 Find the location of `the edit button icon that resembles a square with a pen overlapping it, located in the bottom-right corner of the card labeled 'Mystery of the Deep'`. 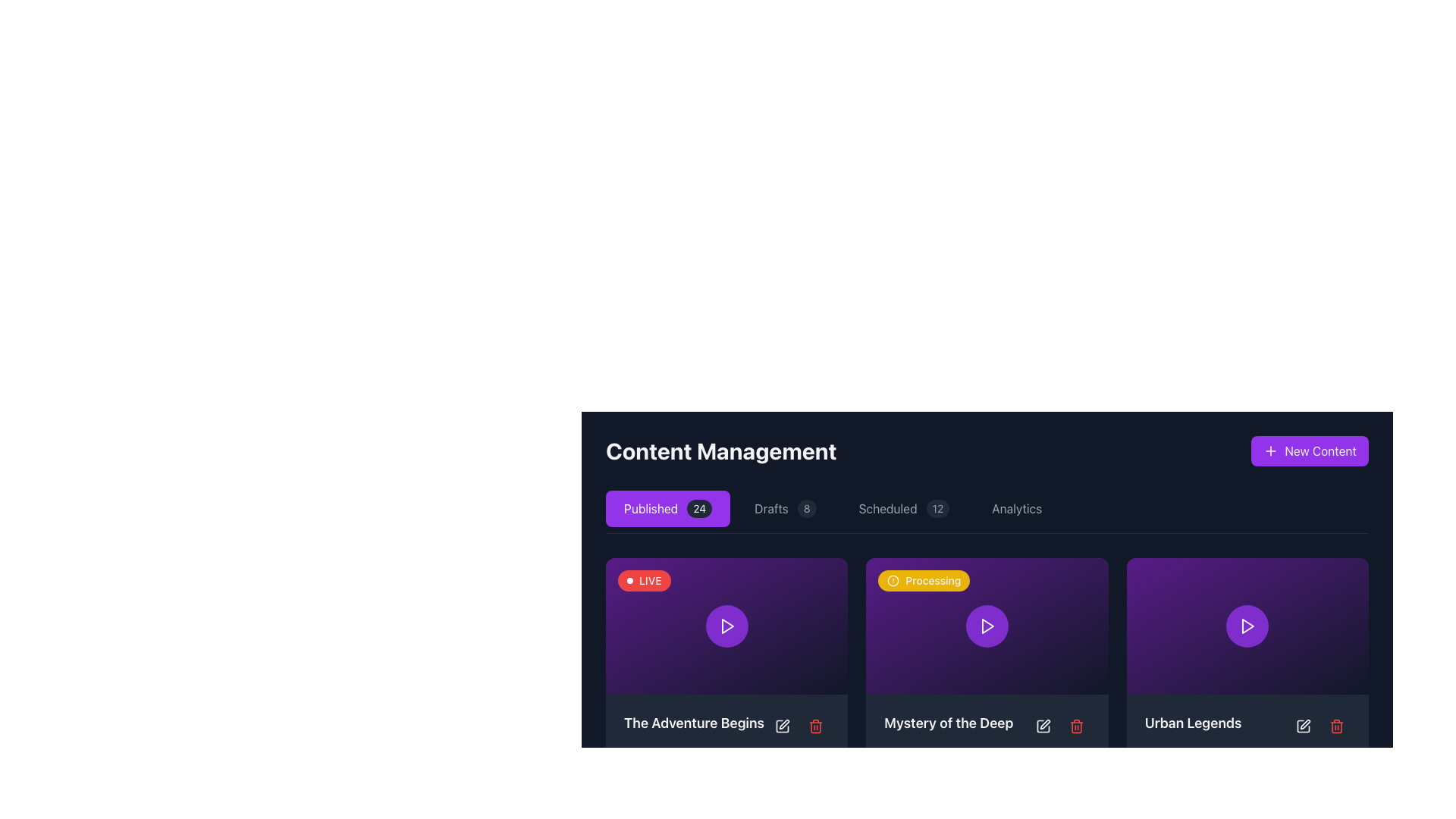

the edit button icon that resembles a square with a pen overlapping it, located in the bottom-right corner of the card labeled 'Mystery of the Deep' is located at coordinates (1042, 725).